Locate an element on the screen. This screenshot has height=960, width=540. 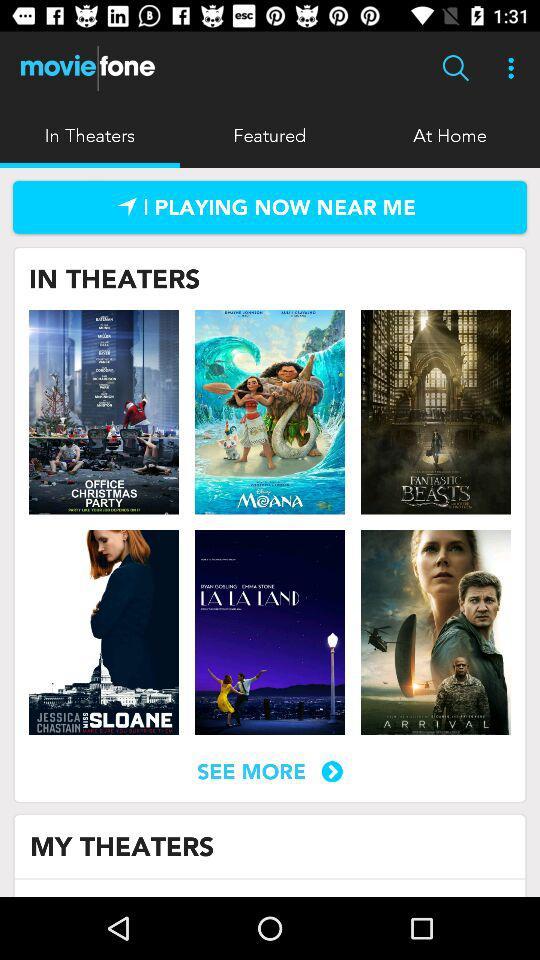
find movies near me is located at coordinates (270, 207).